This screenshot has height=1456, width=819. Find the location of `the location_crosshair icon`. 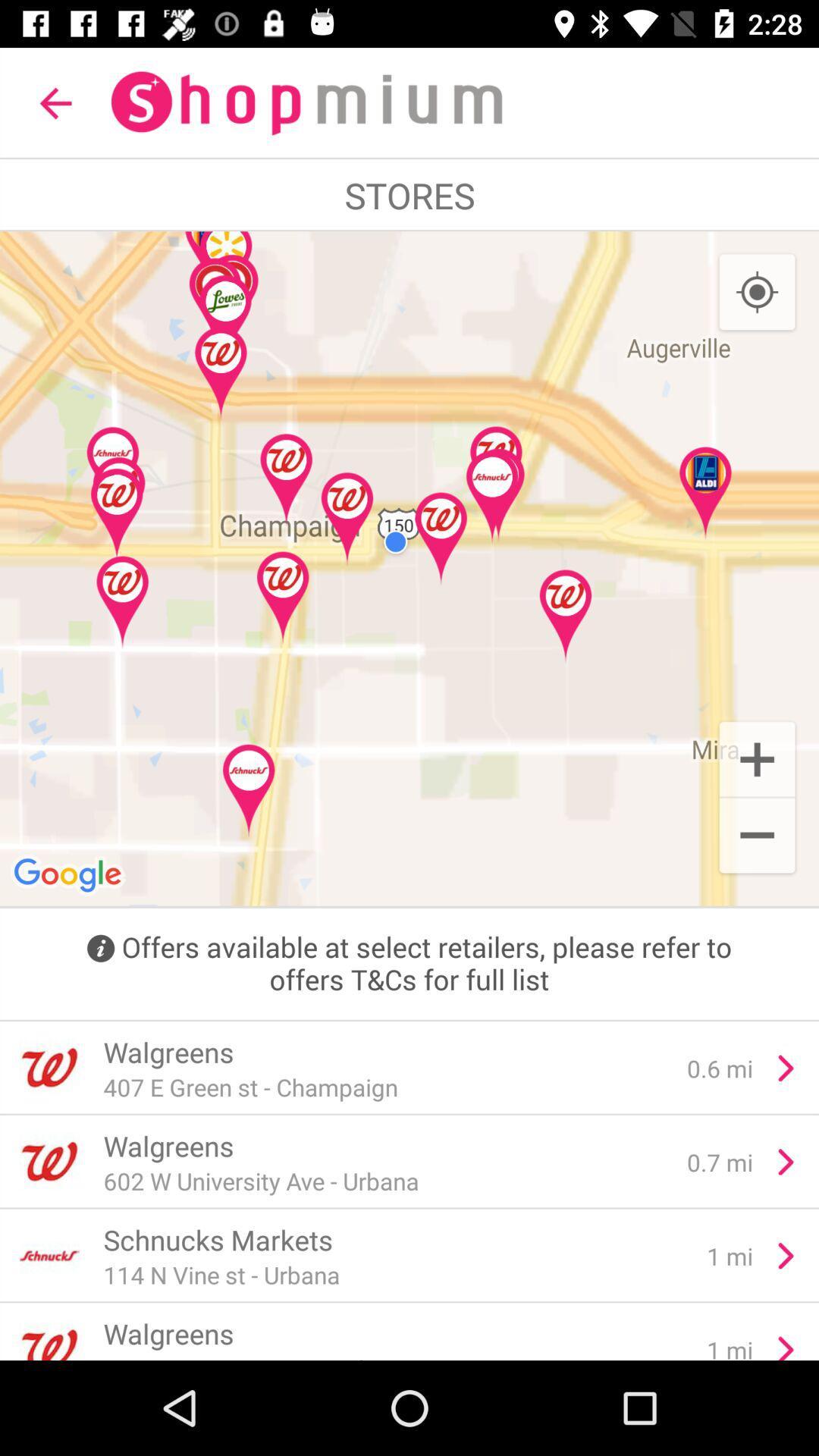

the location_crosshair icon is located at coordinates (757, 293).